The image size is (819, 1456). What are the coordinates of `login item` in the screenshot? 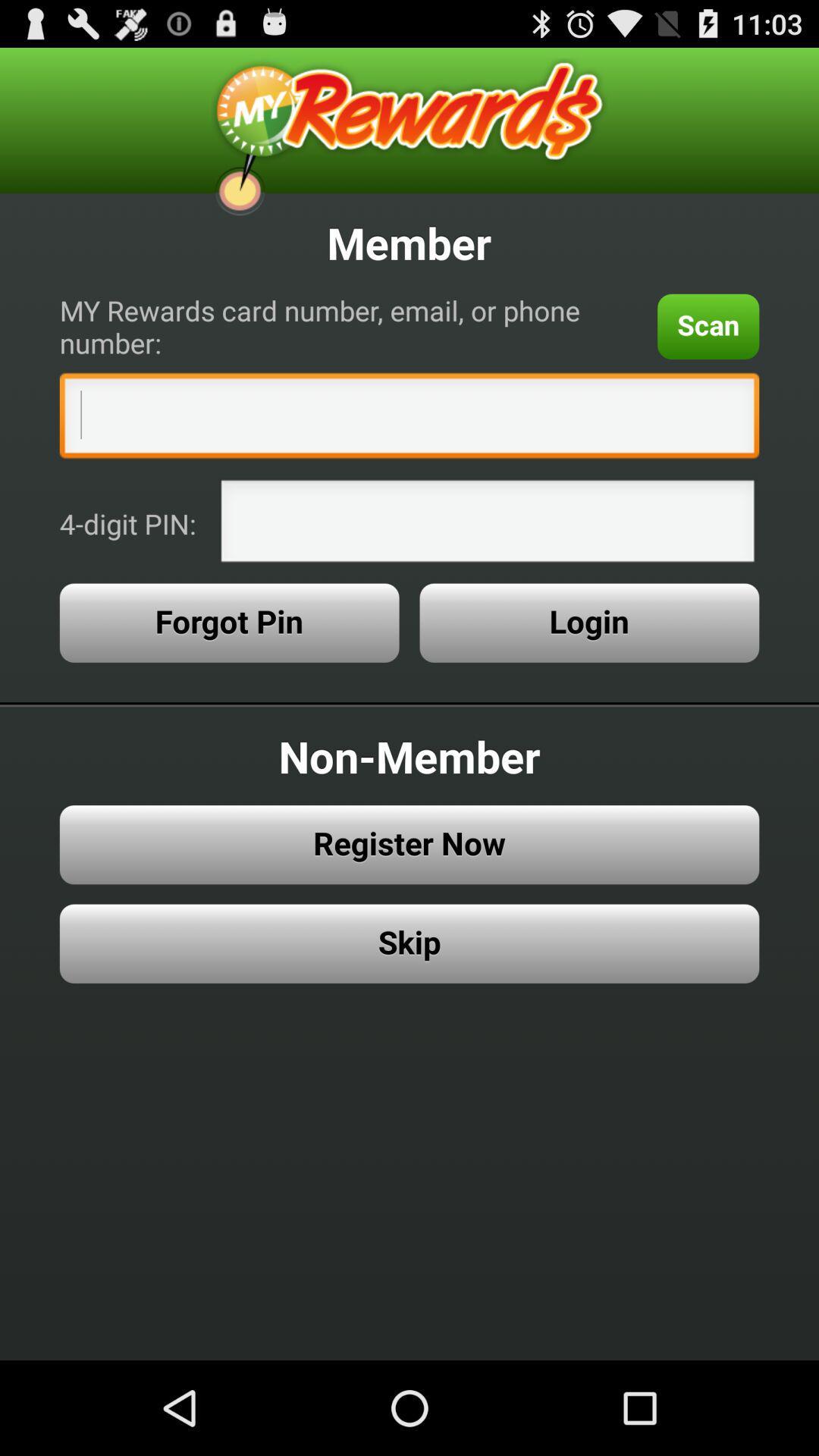 It's located at (588, 623).